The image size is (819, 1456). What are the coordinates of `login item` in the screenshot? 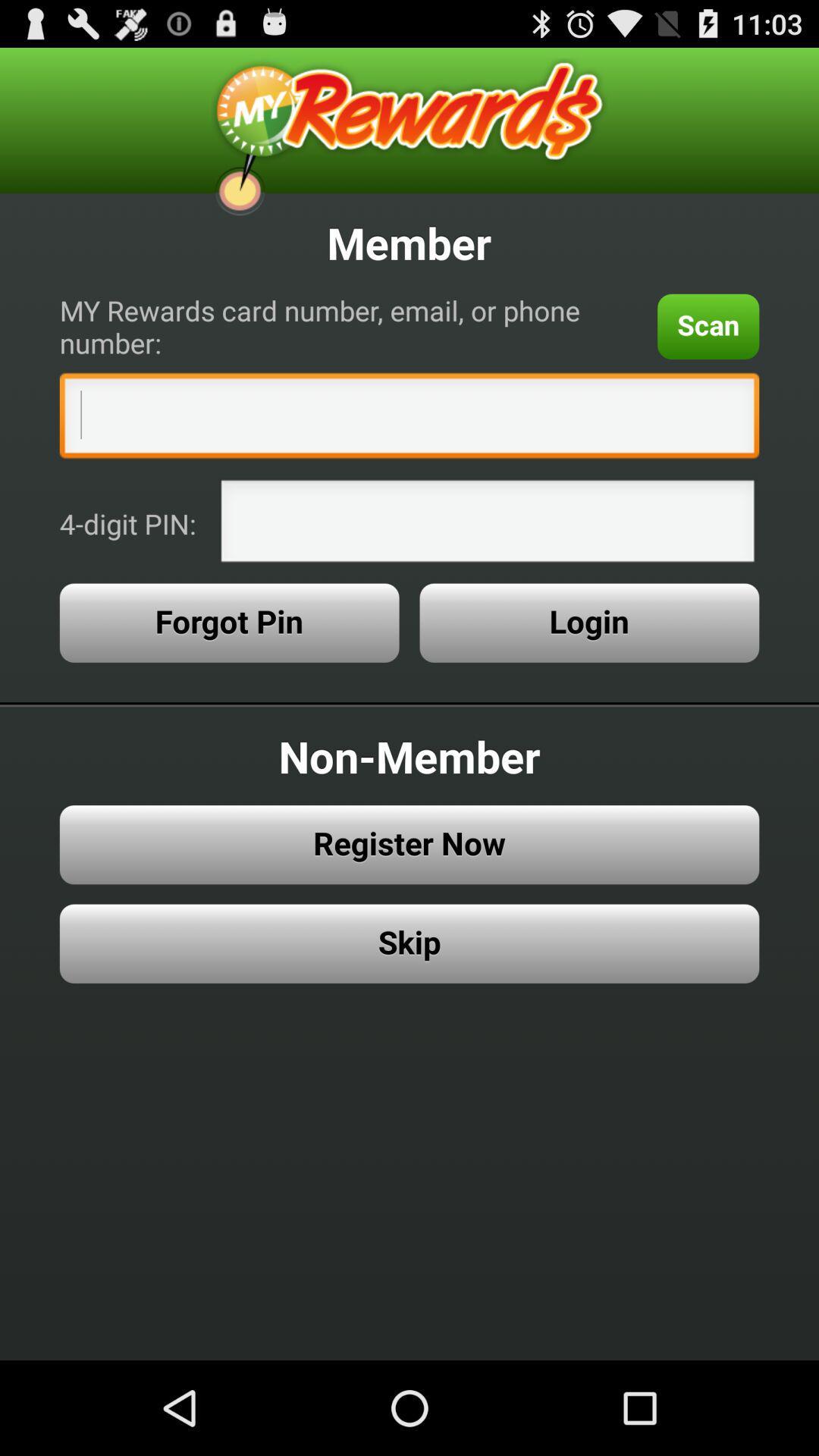 It's located at (588, 623).